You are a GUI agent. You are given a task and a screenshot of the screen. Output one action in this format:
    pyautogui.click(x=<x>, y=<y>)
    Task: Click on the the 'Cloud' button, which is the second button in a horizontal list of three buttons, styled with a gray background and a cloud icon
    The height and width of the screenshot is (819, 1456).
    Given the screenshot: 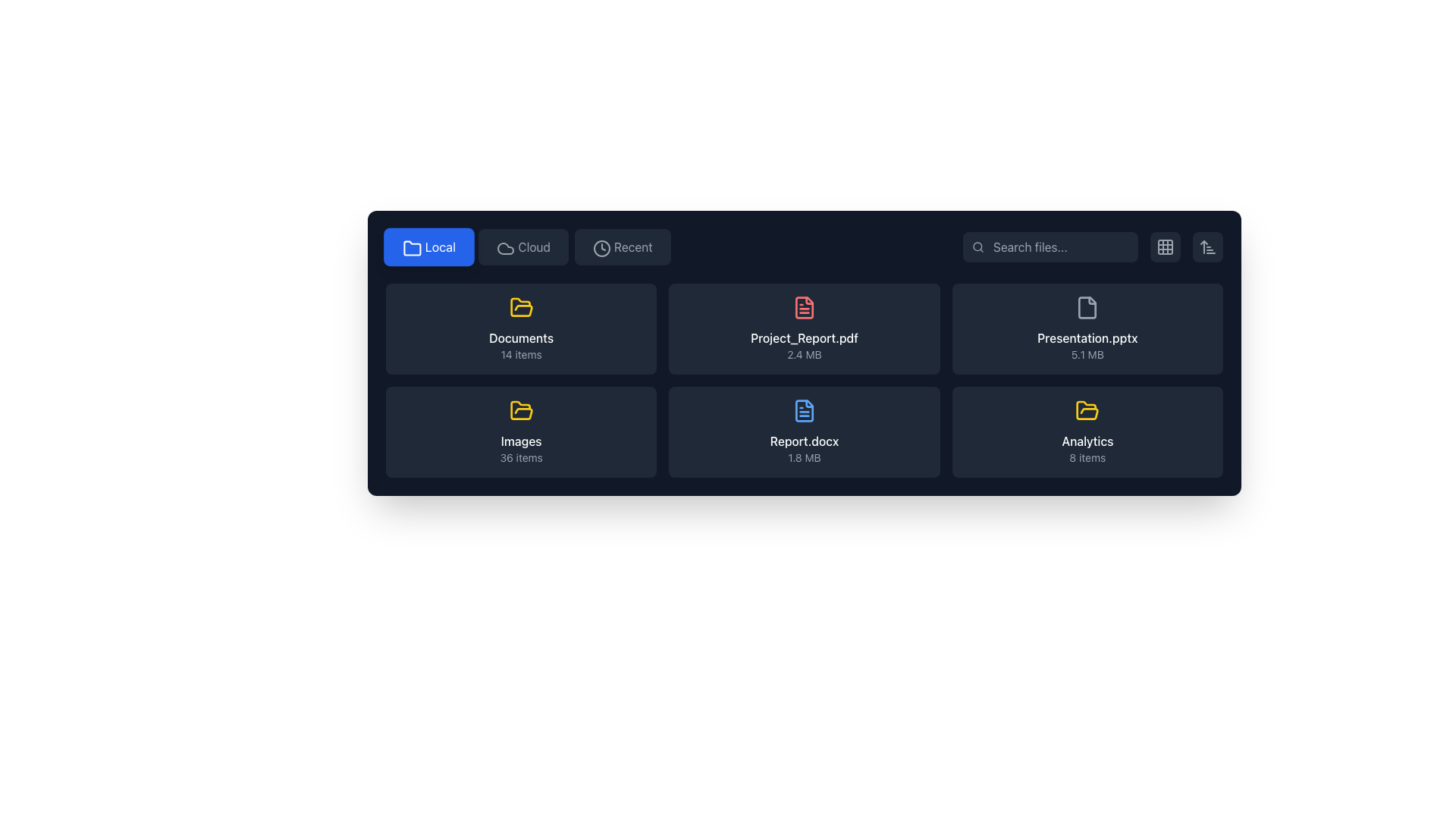 What is the action you would take?
    pyautogui.click(x=523, y=246)
    